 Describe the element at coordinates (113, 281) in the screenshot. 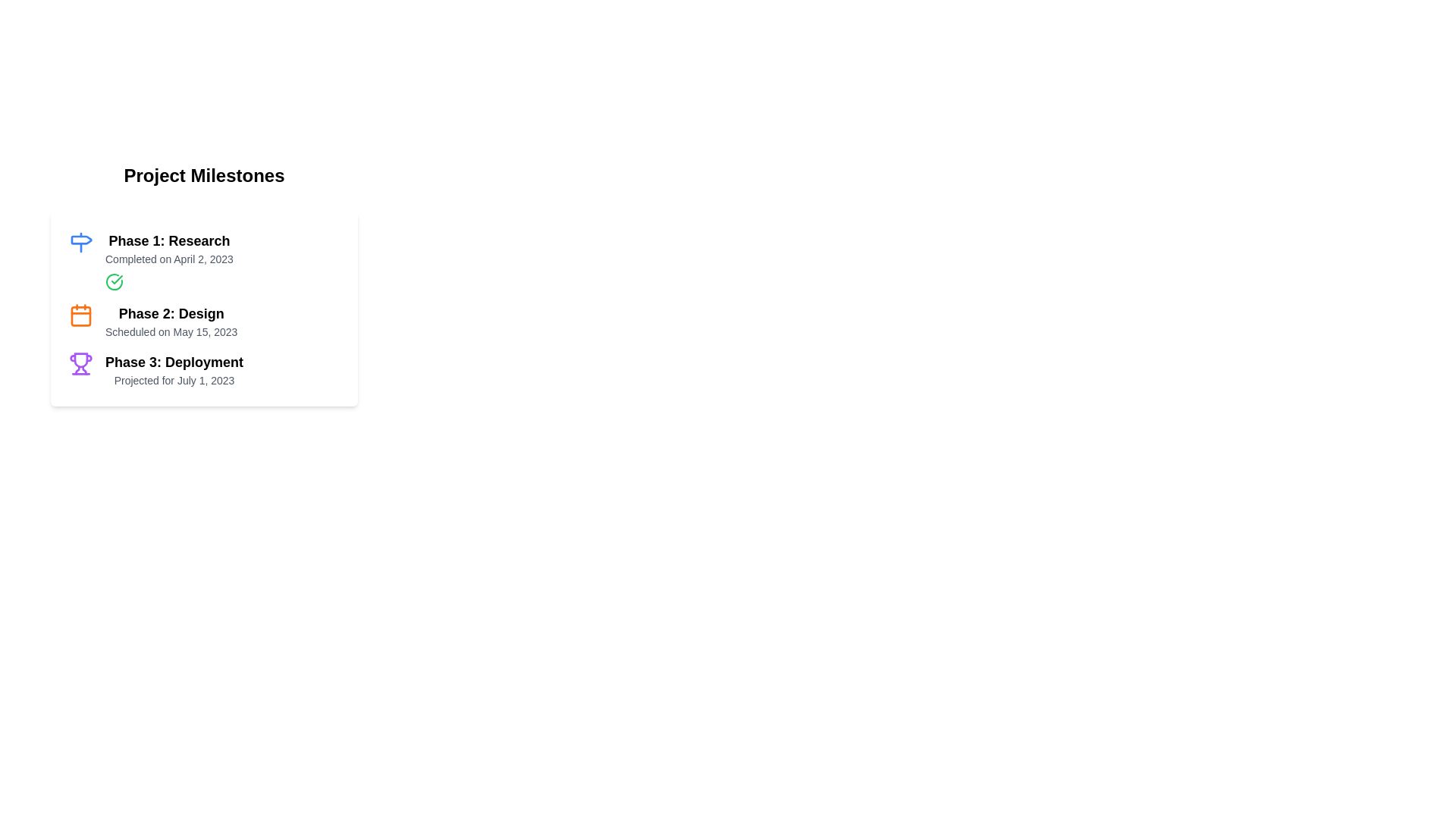

I see `the circular green outlined icon with a check mark, which indicates the 'Completed' status for the 'Phase 1: Research' milestone in the milestone list` at that location.